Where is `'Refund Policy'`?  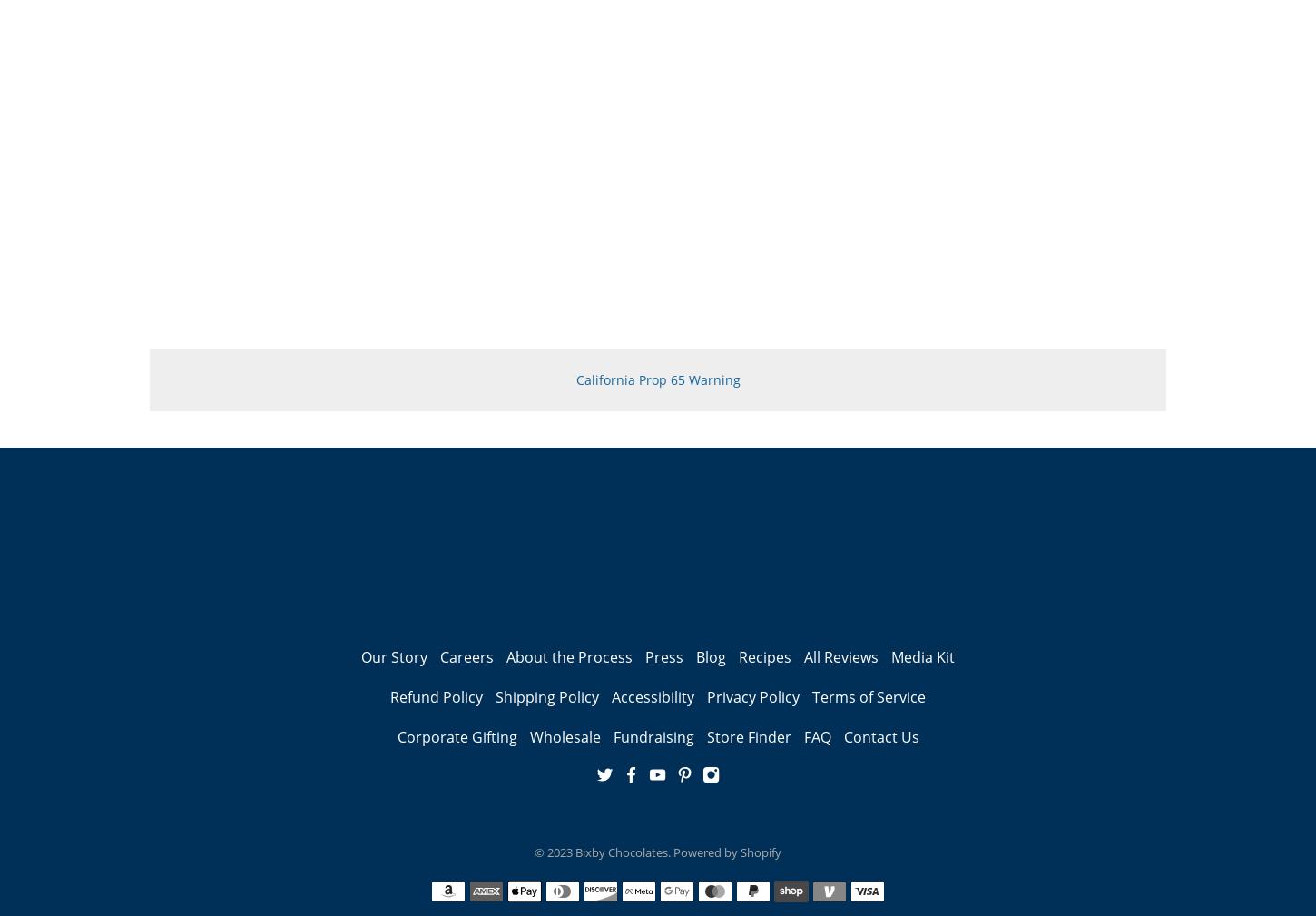 'Refund Policy' is located at coordinates (435, 696).